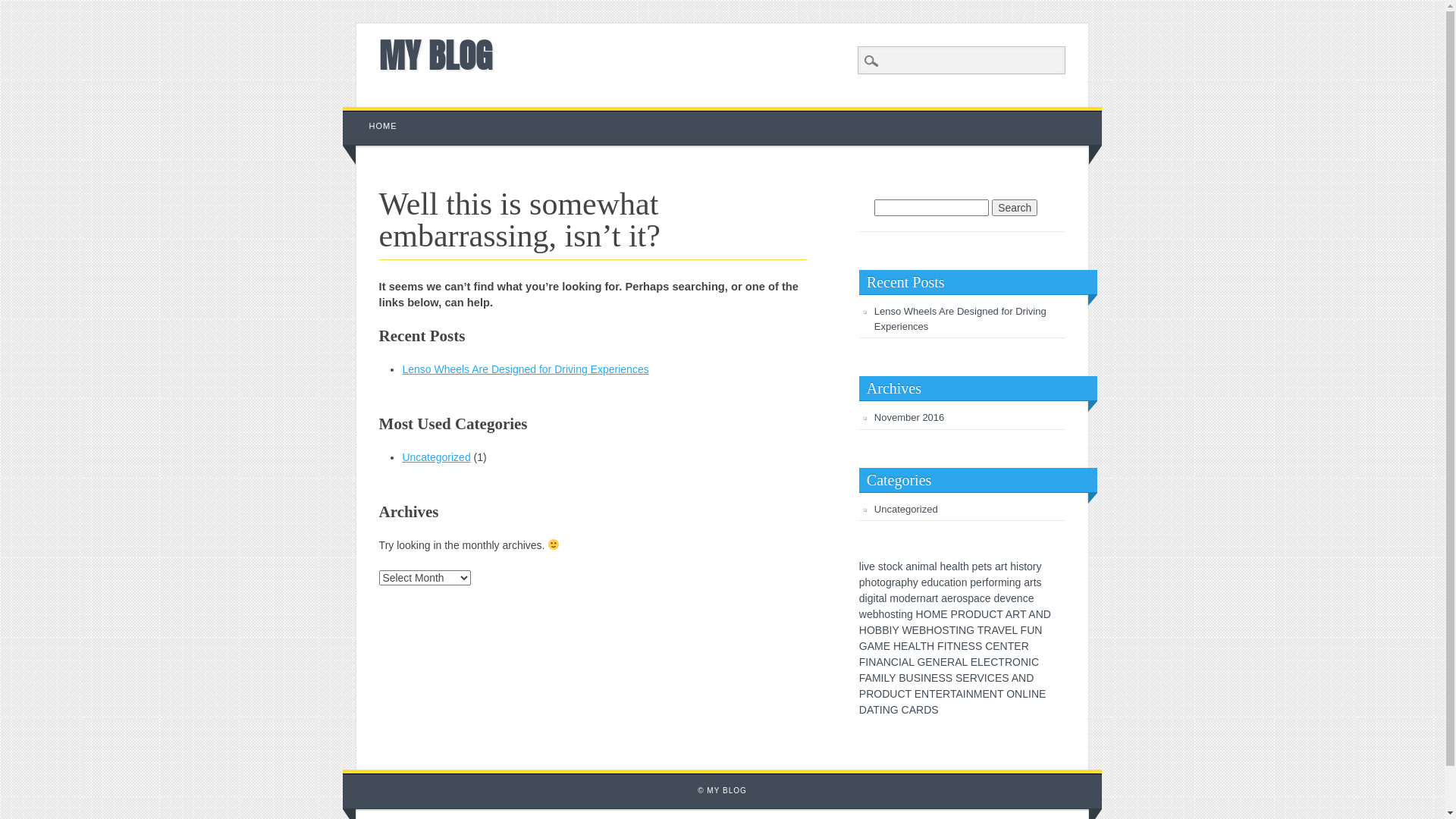 Image resolution: width=1456 pixels, height=819 pixels. I want to click on 'T', so click(952, 629).